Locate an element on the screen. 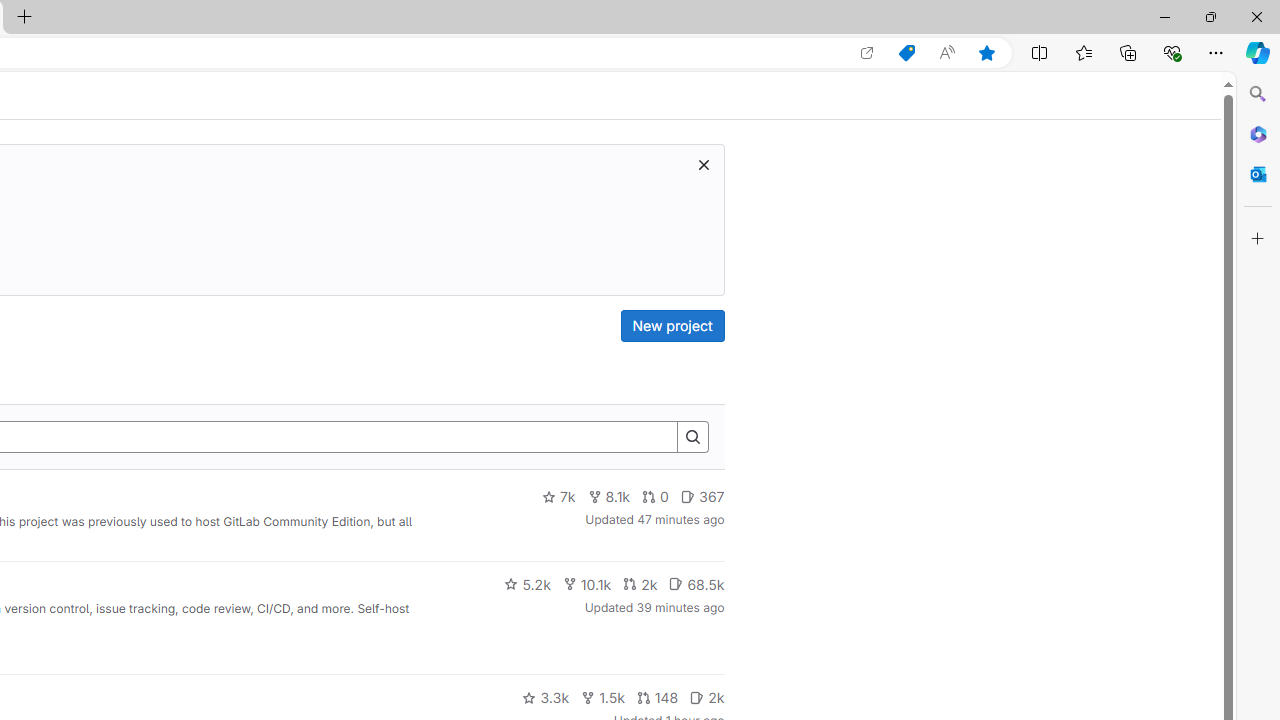 This screenshot has width=1280, height=720. '7k' is located at coordinates (558, 496).